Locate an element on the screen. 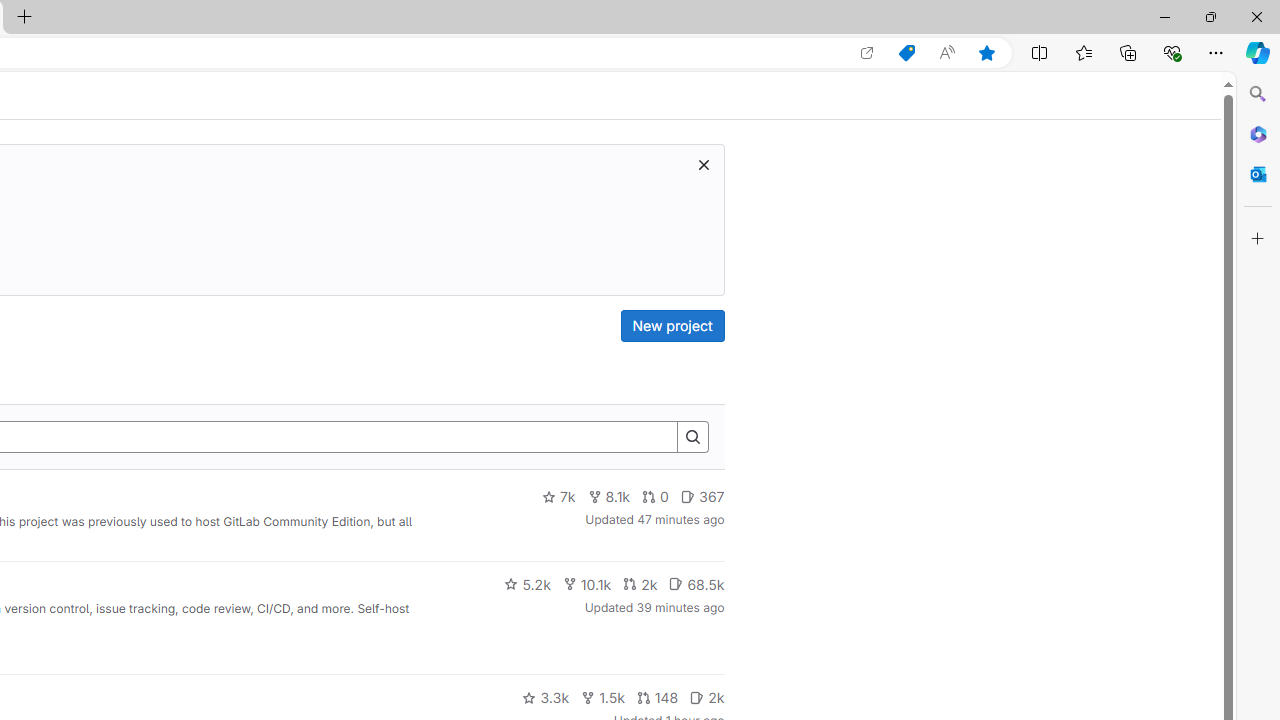 This screenshot has width=1280, height=720. '7k' is located at coordinates (558, 496).